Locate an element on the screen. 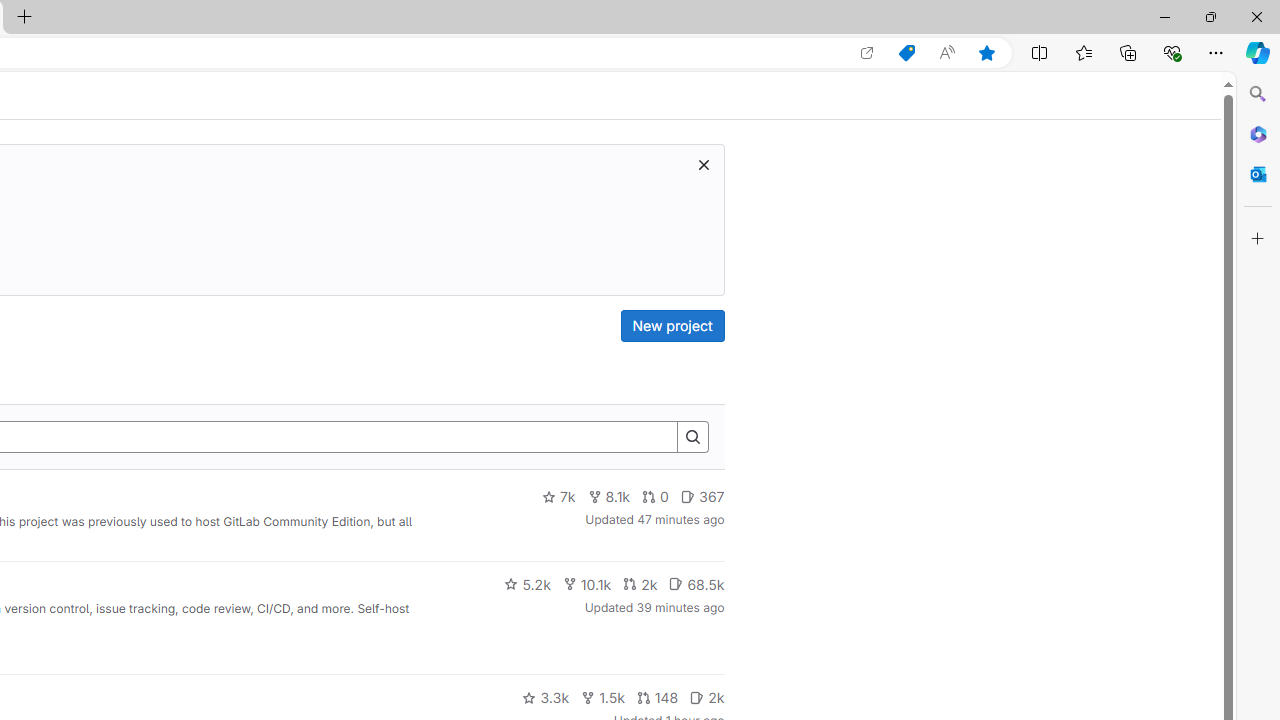 This screenshot has width=1280, height=720. '7k' is located at coordinates (558, 496).